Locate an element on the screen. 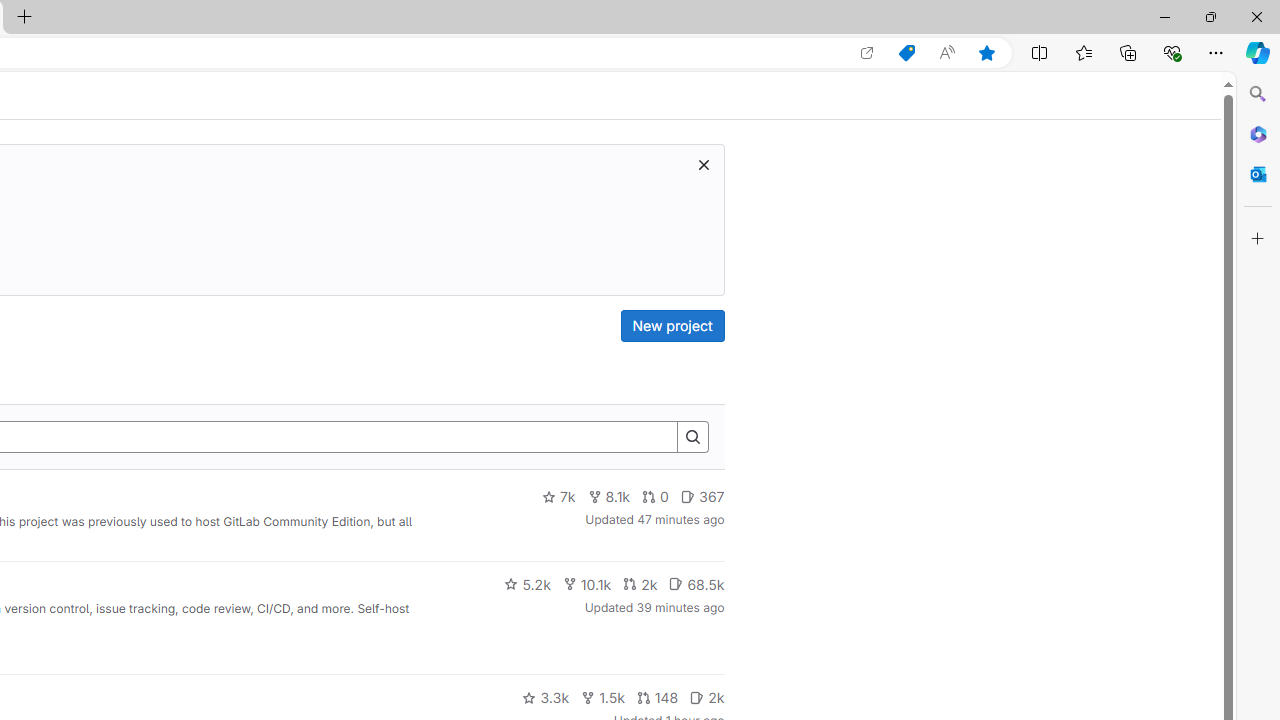 This screenshot has width=1280, height=720. '7k' is located at coordinates (558, 496).